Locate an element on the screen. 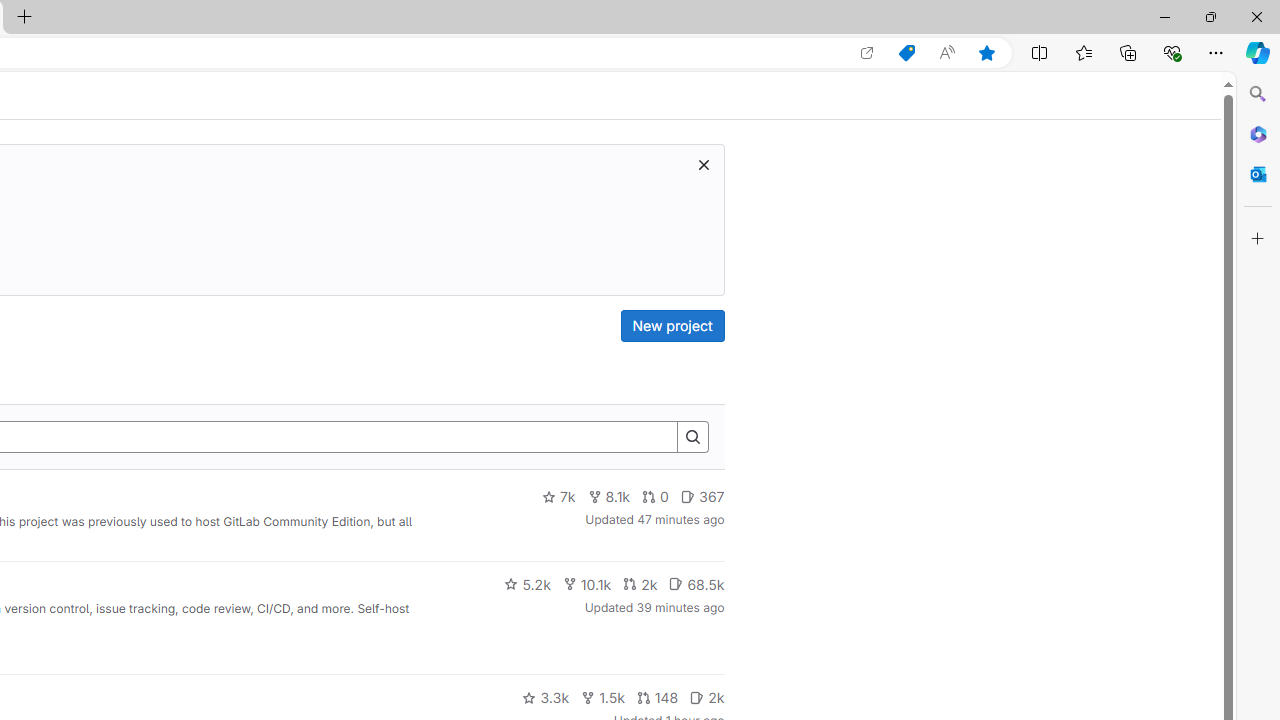 This screenshot has width=1280, height=720. '7k' is located at coordinates (558, 496).